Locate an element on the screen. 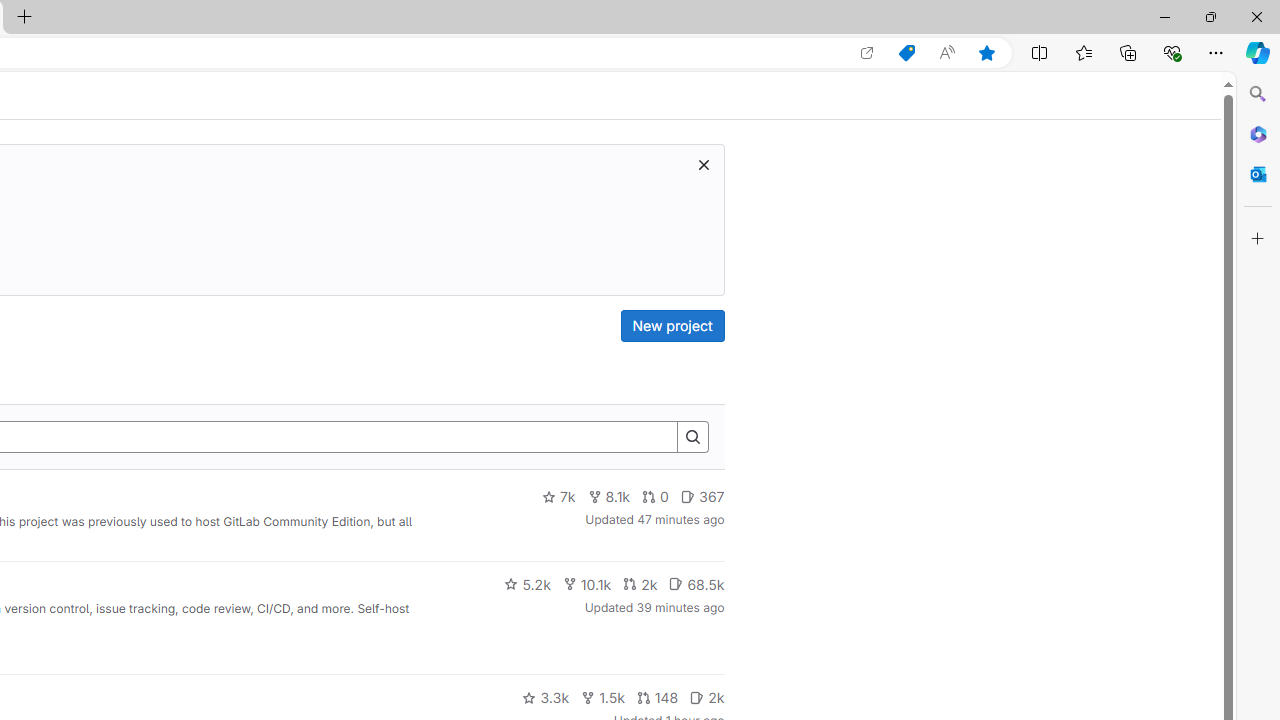 This screenshot has width=1280, height=720. '7k' is located at coordinates (558, 496).